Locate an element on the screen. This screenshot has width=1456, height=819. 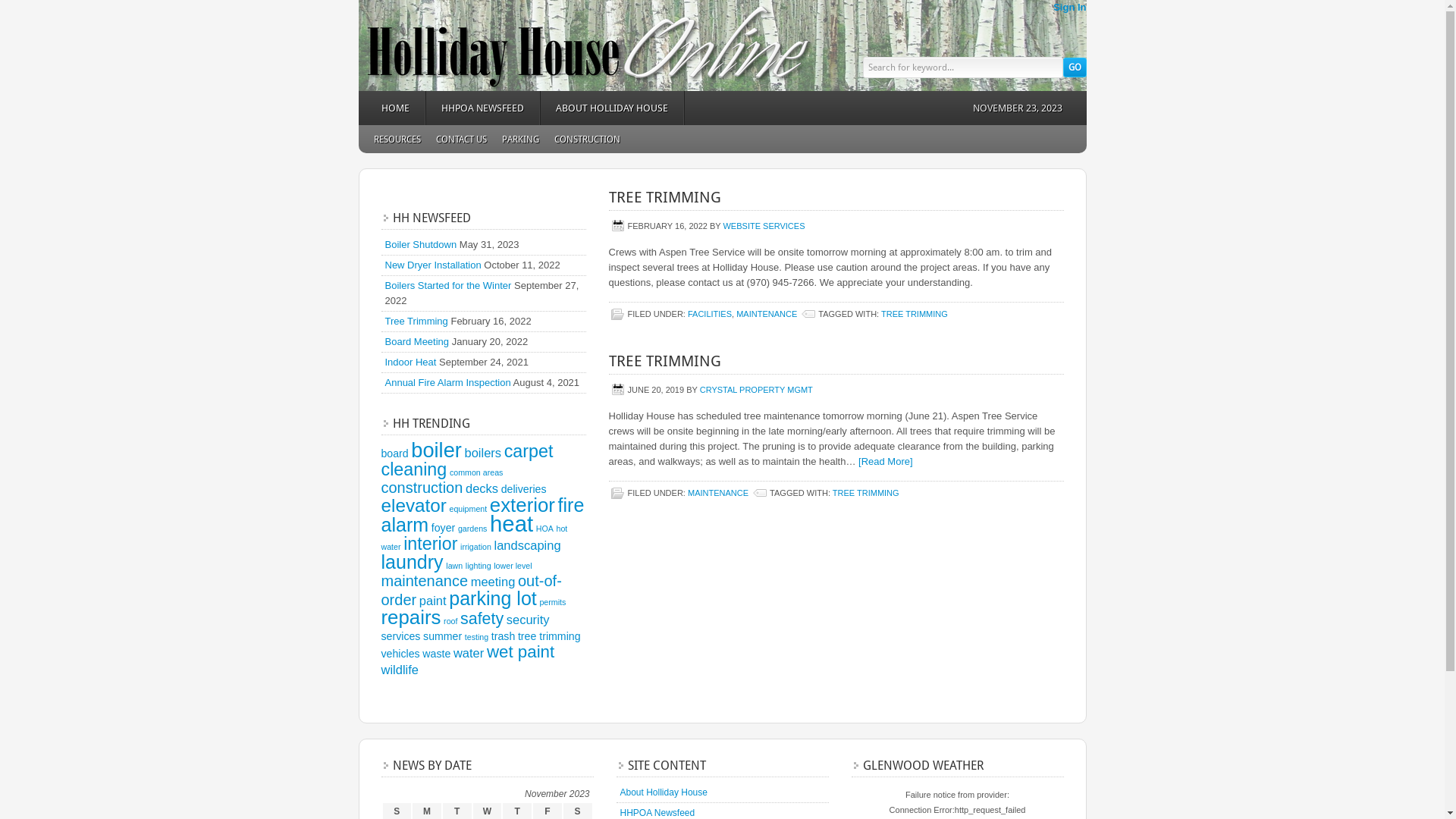
'MAINTENANCE' is located at coordinates (767, 312).